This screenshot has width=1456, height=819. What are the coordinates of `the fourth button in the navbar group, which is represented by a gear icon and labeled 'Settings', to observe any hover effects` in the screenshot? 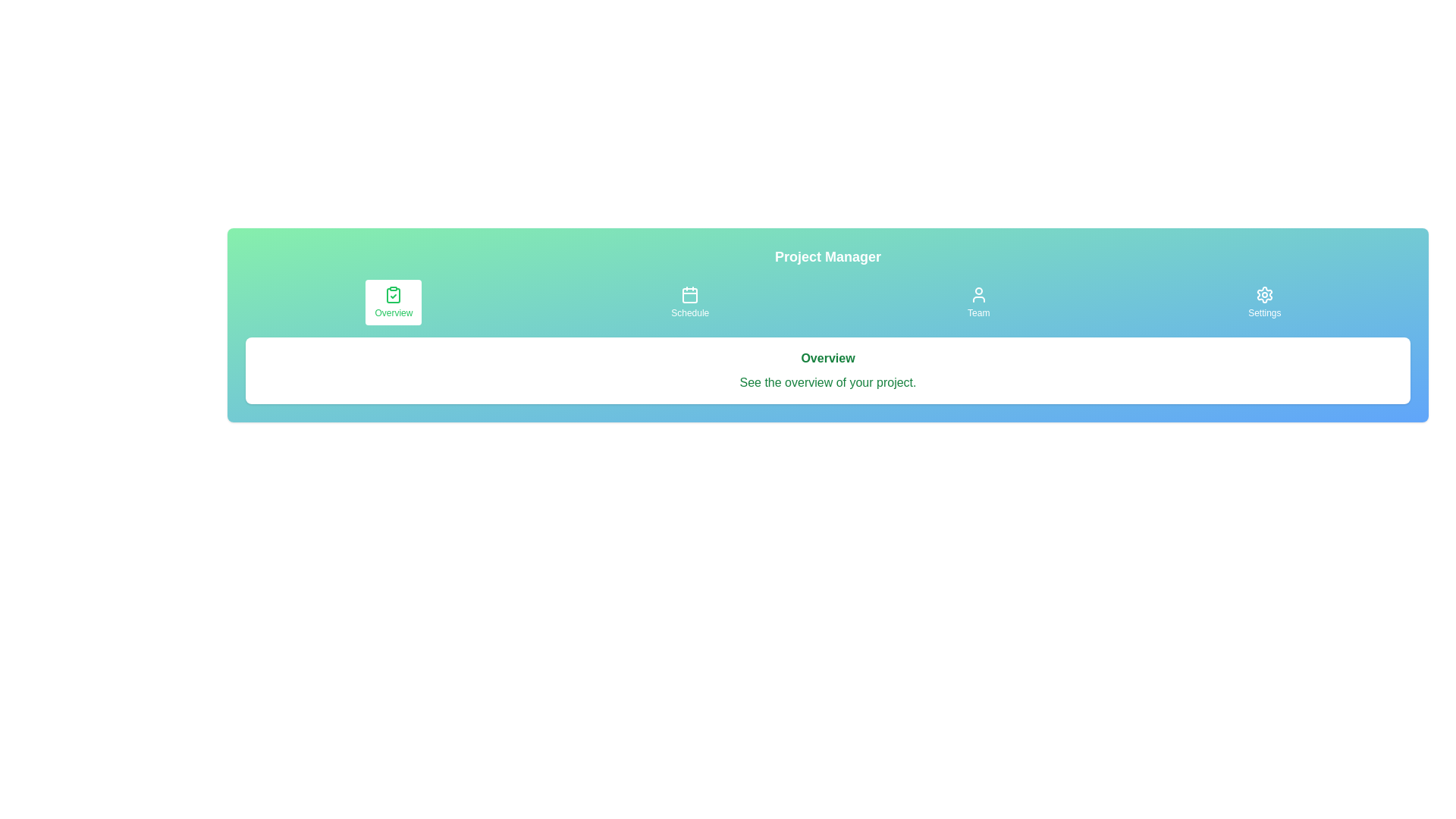 It's located at (1264, 302).